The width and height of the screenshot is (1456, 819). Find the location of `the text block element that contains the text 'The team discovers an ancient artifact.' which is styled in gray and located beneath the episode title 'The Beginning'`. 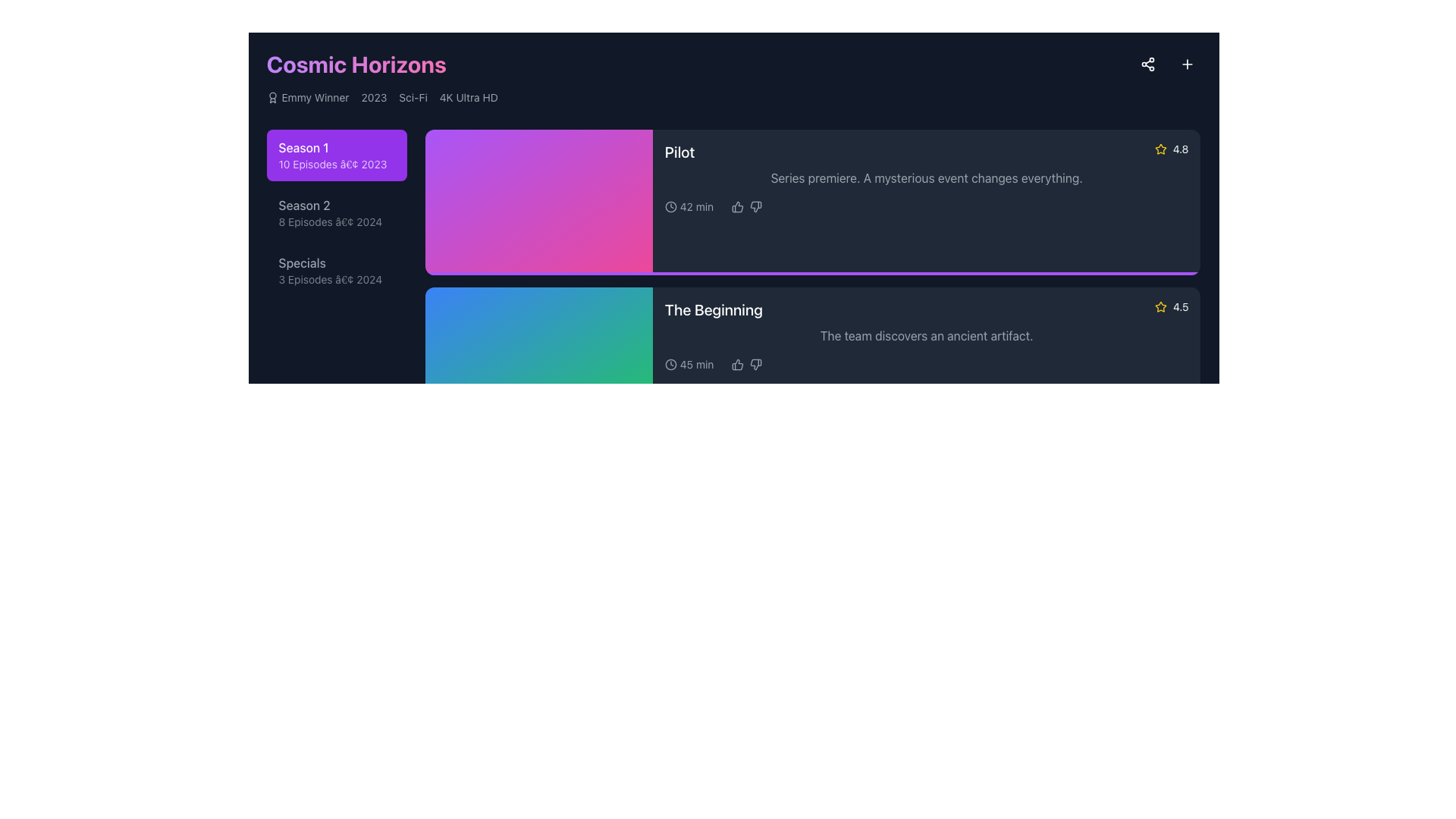

the text block element that contains the text 'The team discovers an ancient artifact.' which is styled in gray and located beneath the episode title 'The Beginning' is located at coordinates (926, 335).